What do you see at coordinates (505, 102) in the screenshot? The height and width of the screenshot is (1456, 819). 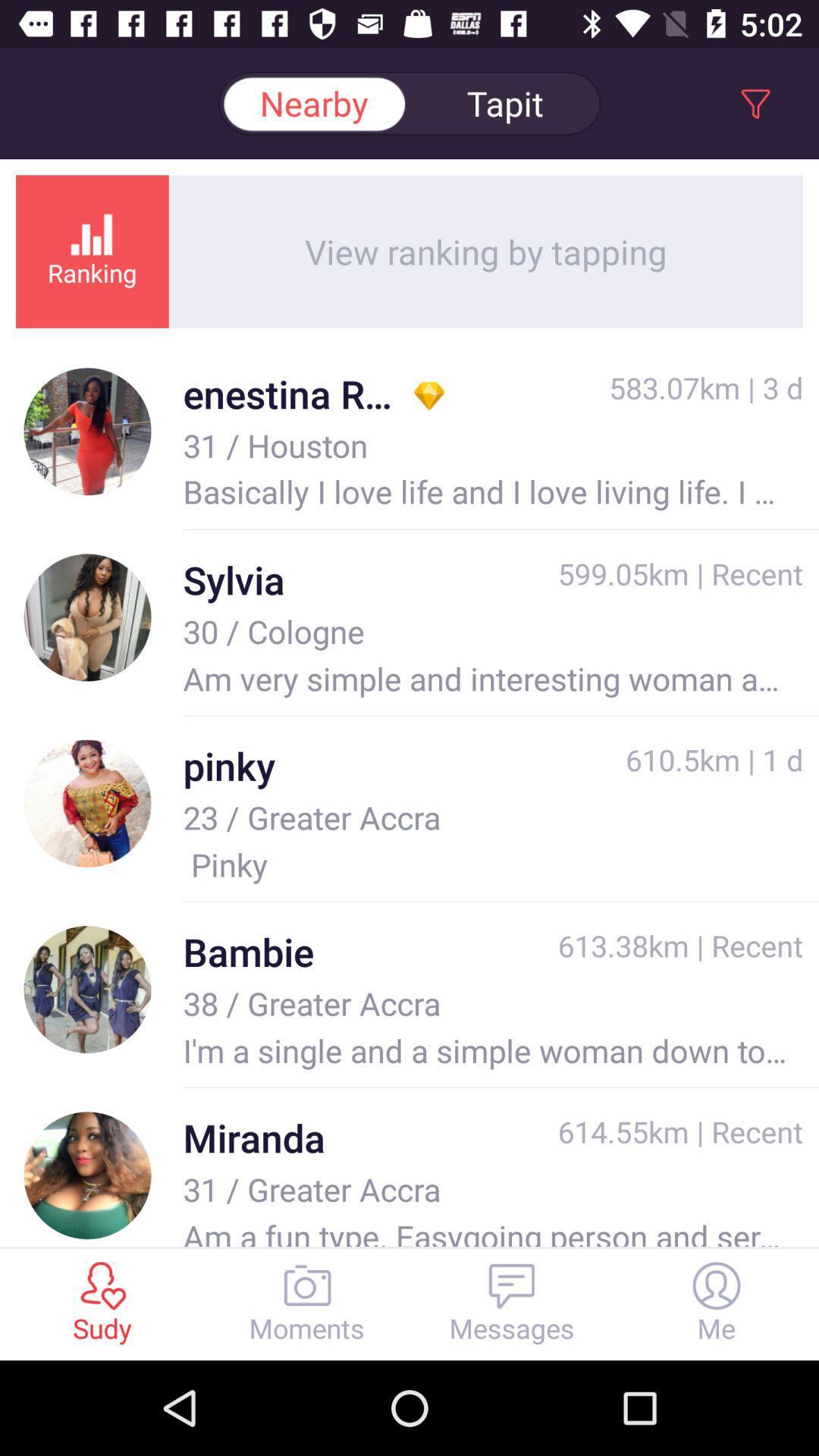 I see `item above view ranking by item` at bounding box center [505, 102].